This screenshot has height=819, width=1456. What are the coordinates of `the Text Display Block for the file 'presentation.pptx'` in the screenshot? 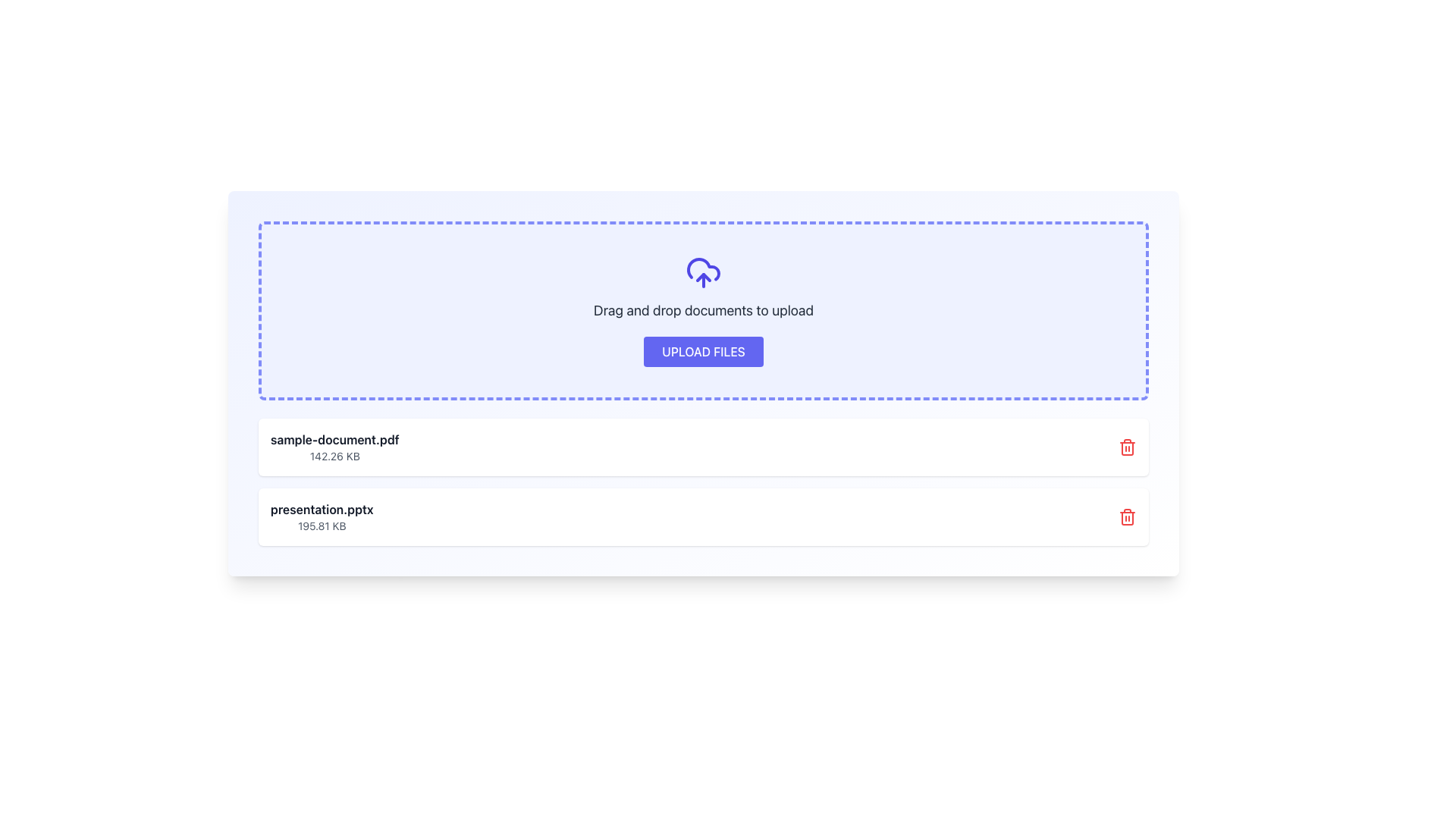 It's located at (321, 516).